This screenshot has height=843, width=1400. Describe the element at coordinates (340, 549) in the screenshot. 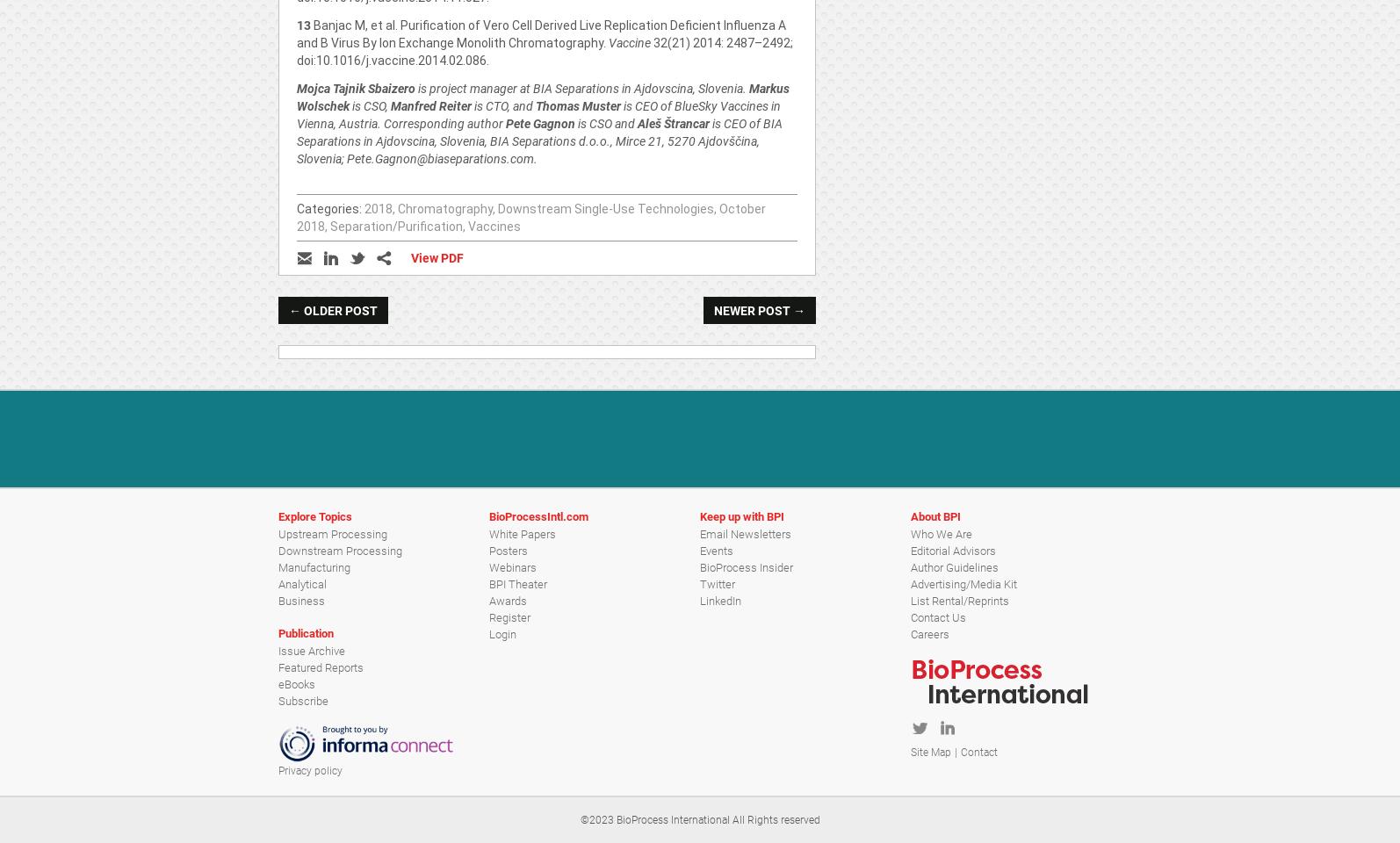

I see `'Downstream Processing'` at that location.